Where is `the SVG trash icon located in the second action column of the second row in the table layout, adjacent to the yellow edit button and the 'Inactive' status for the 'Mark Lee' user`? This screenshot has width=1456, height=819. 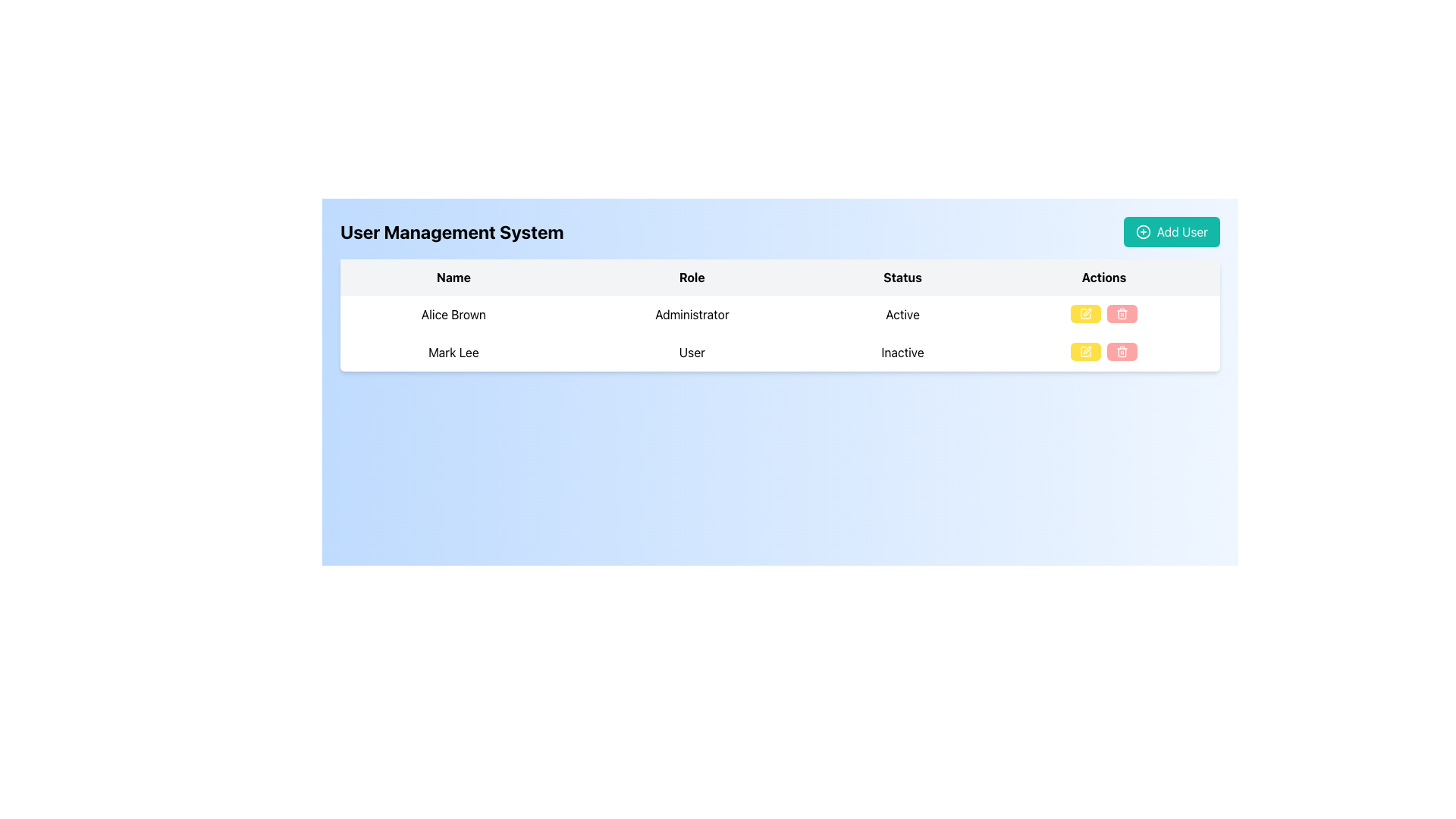 the SVG trash icon located in the second action column of the second row in the table layout, adjacent to the yellow edit button and the 'Inactive' status for the 'Mark Lee' user is located at coordinates (1122, 314).